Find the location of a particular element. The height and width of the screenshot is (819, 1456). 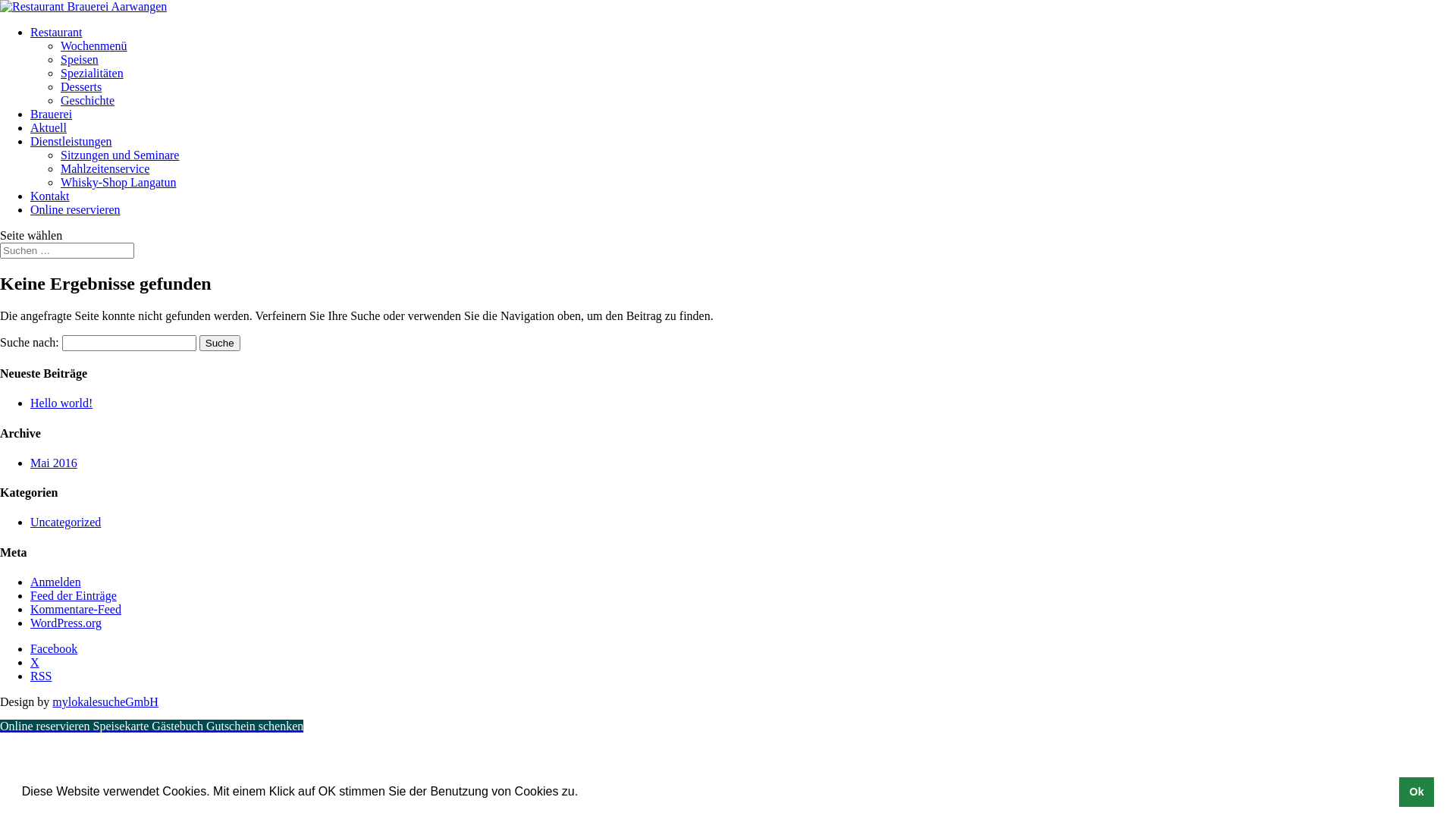

'WordPress.org' is located at coordinates (30, 623).